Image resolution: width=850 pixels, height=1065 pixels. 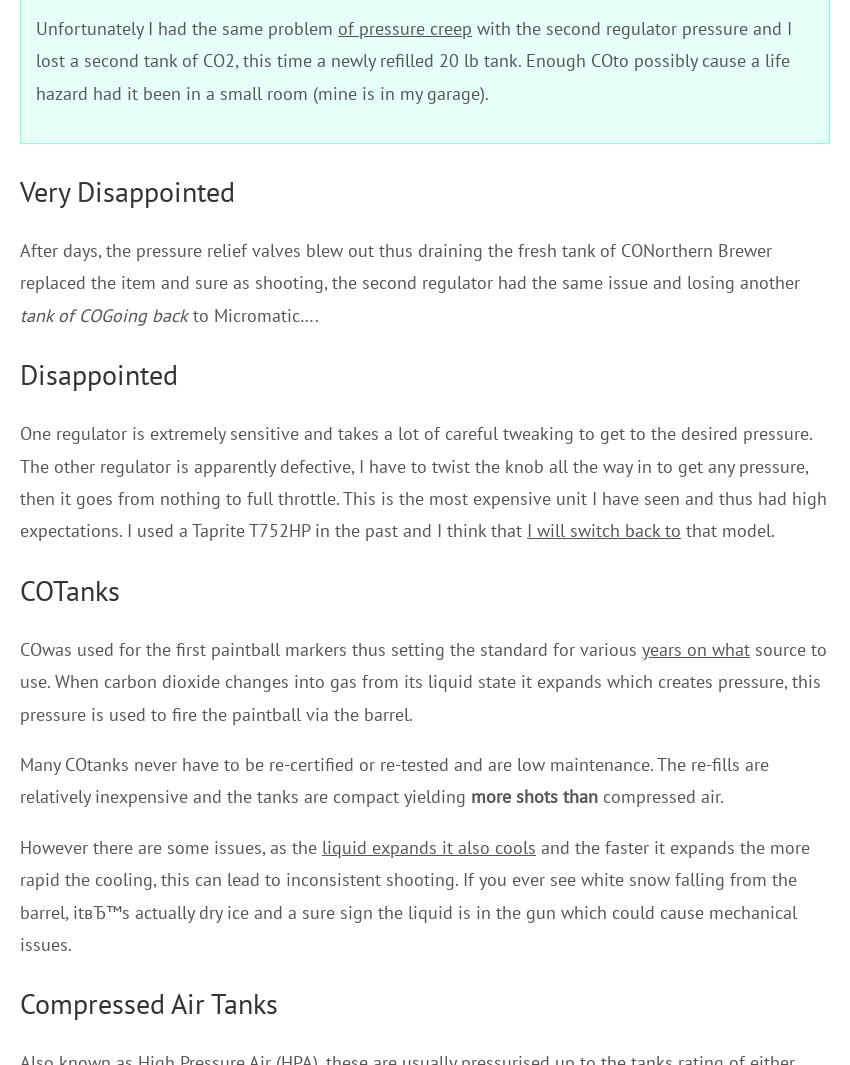 I want to click on 'that model.', so click(x=728, y=529).